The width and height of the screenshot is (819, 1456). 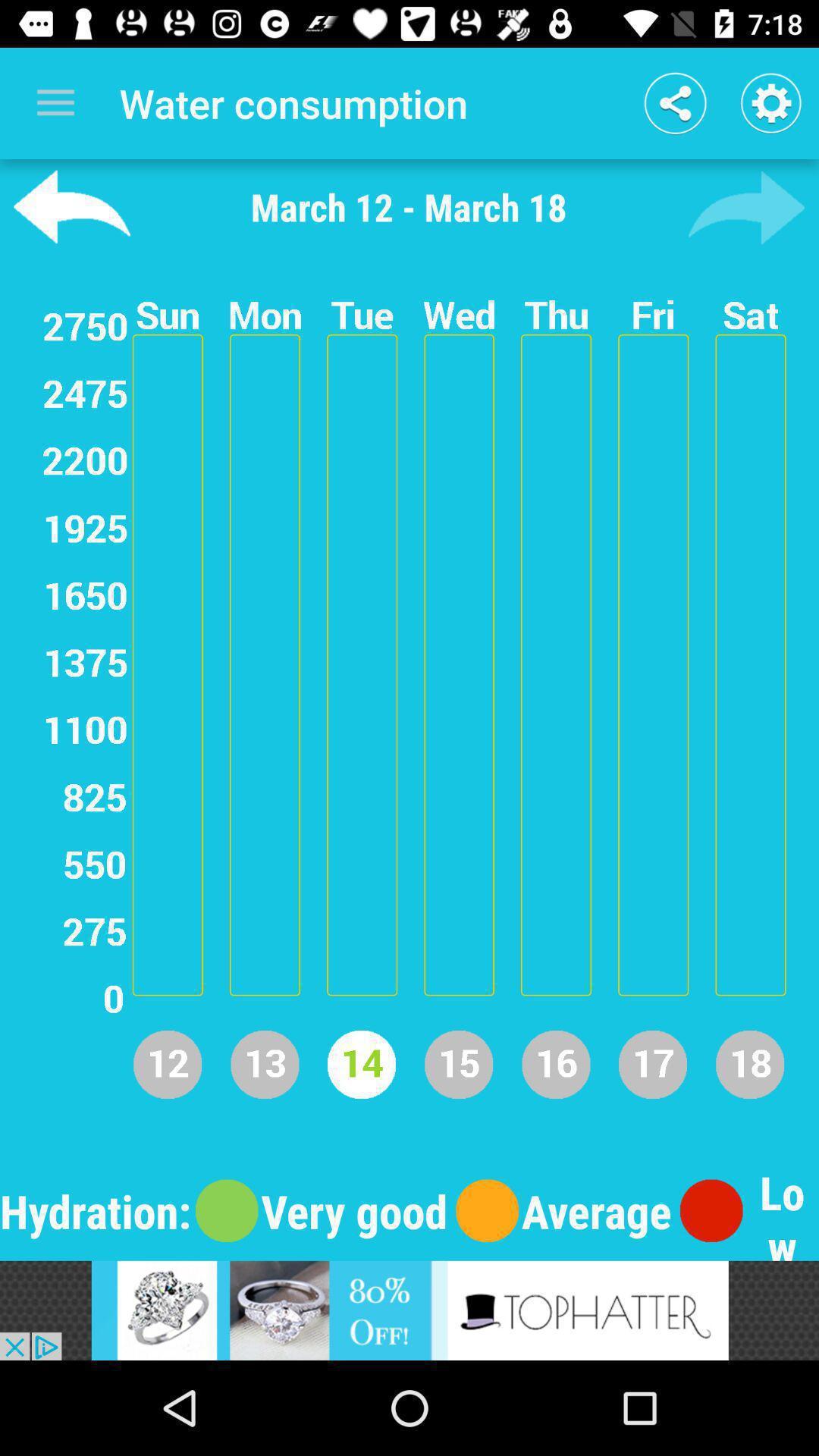 What do you see at coordinates (745, 206) in the screenshot?
I see `back option` at bounding box center [745, 206].